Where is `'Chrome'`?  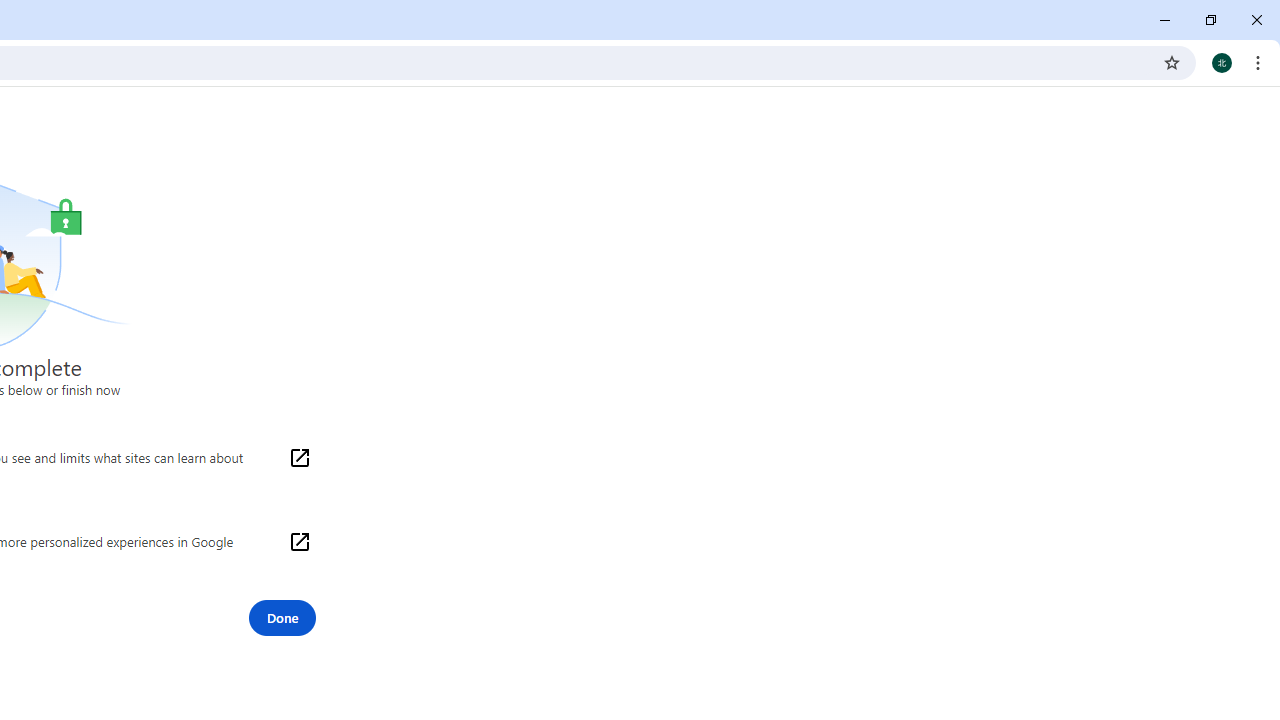 'Chrome' is located at coordinates (1259, 61).